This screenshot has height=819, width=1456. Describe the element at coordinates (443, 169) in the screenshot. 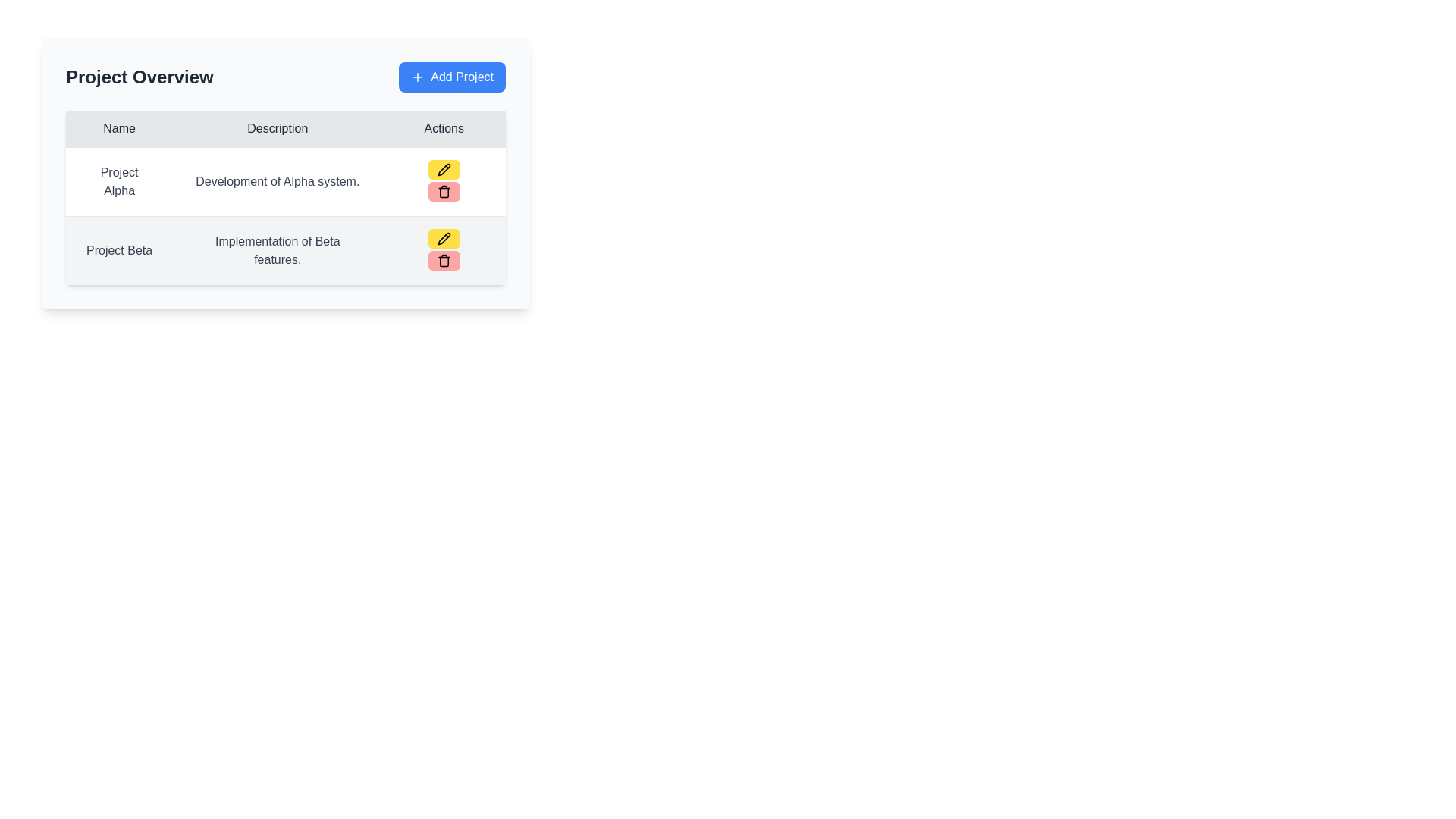

I see `the small rectangular yellow button with a black pencil icon located in the 'Actions' column of the first row corresponding to 'Project Alpha' to initiate editing` at that location.